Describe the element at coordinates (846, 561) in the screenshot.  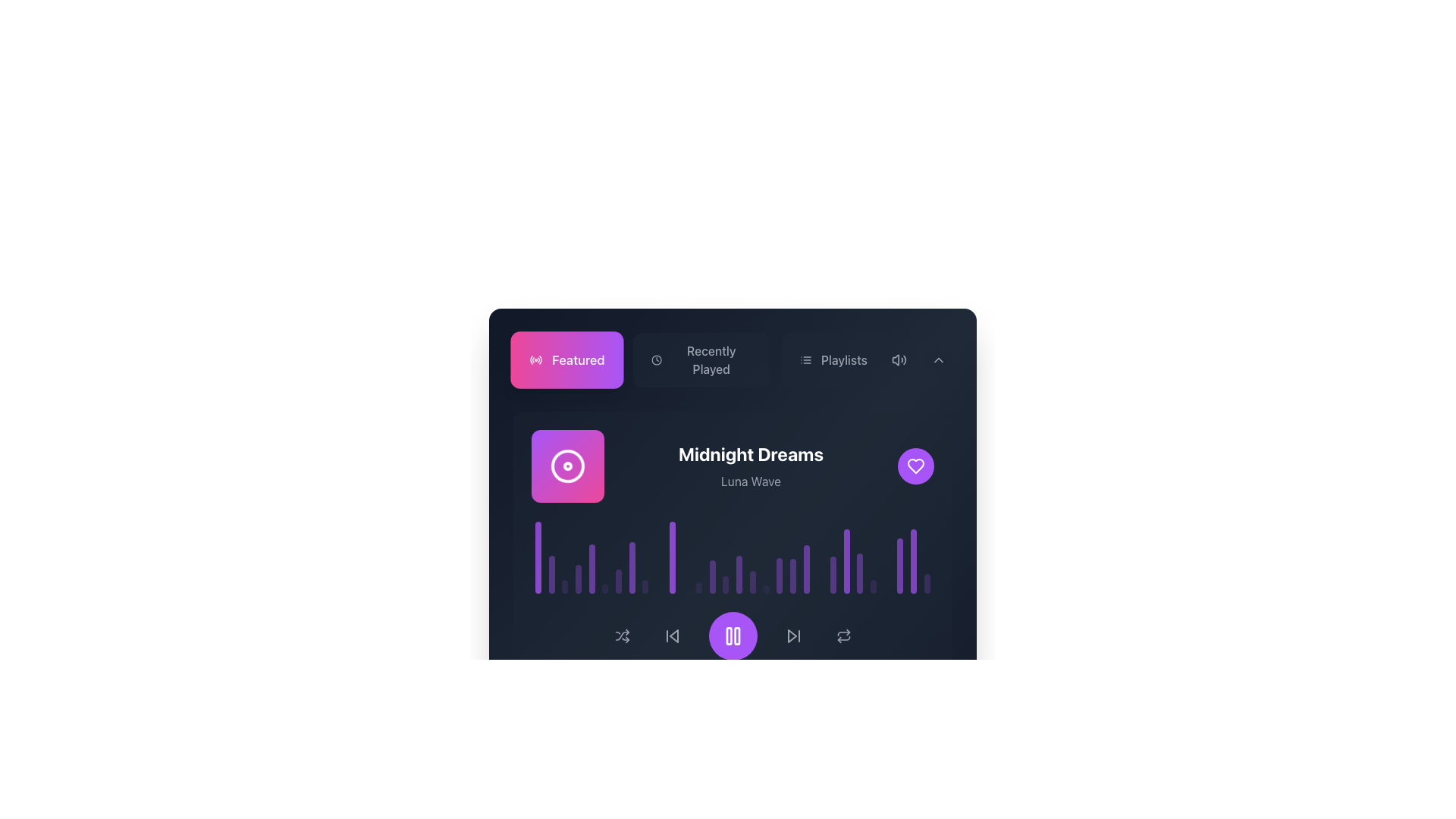
I see `the 24th vertical bar in the bar chart visualization located at the lower section of the interface` at that location.